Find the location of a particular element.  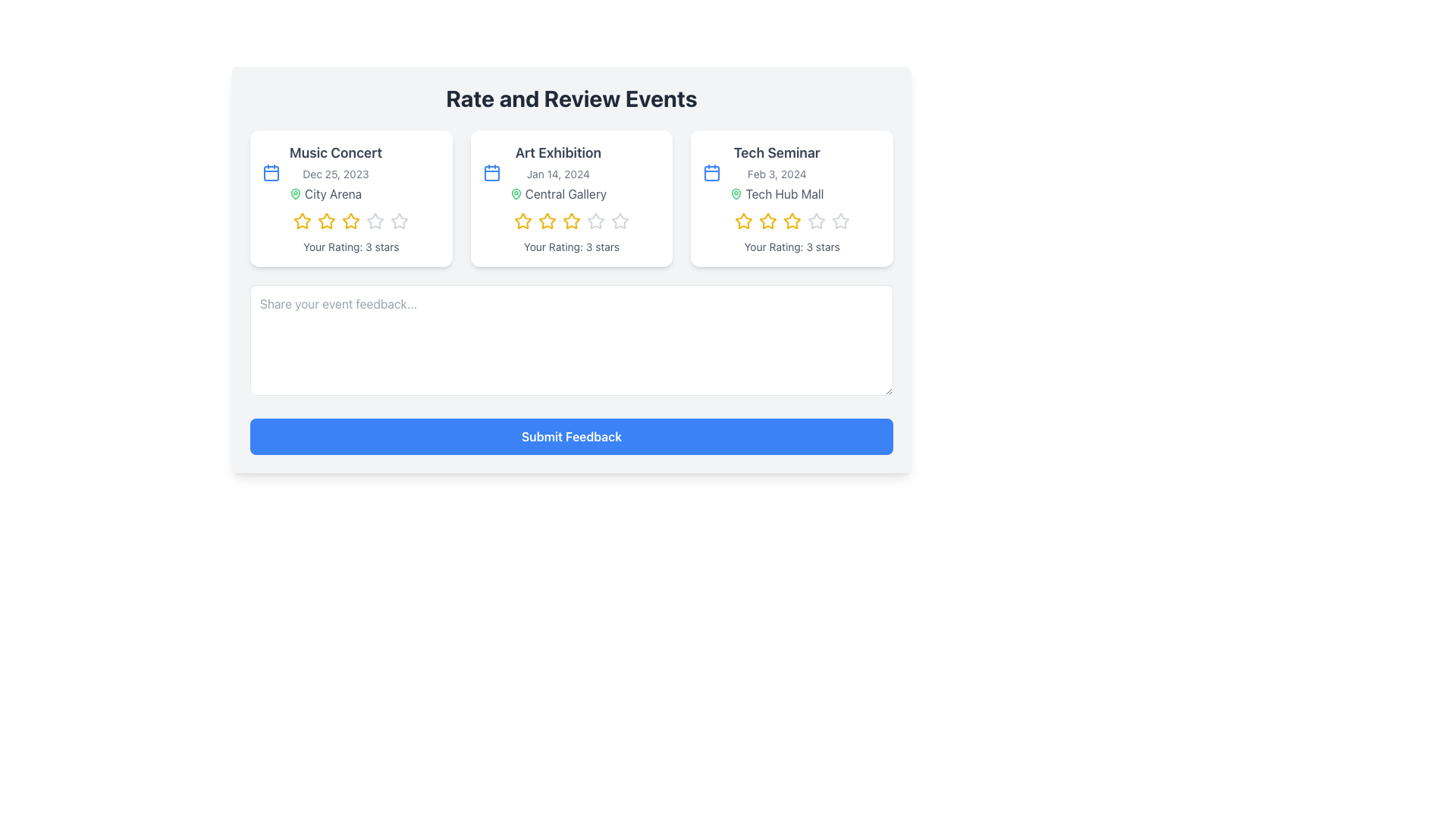

the blue calendar icon located within the 'Music Concert' card, positioned to the left of the event date 'Dec 25, 2023' is located at coordinates (271, 171).